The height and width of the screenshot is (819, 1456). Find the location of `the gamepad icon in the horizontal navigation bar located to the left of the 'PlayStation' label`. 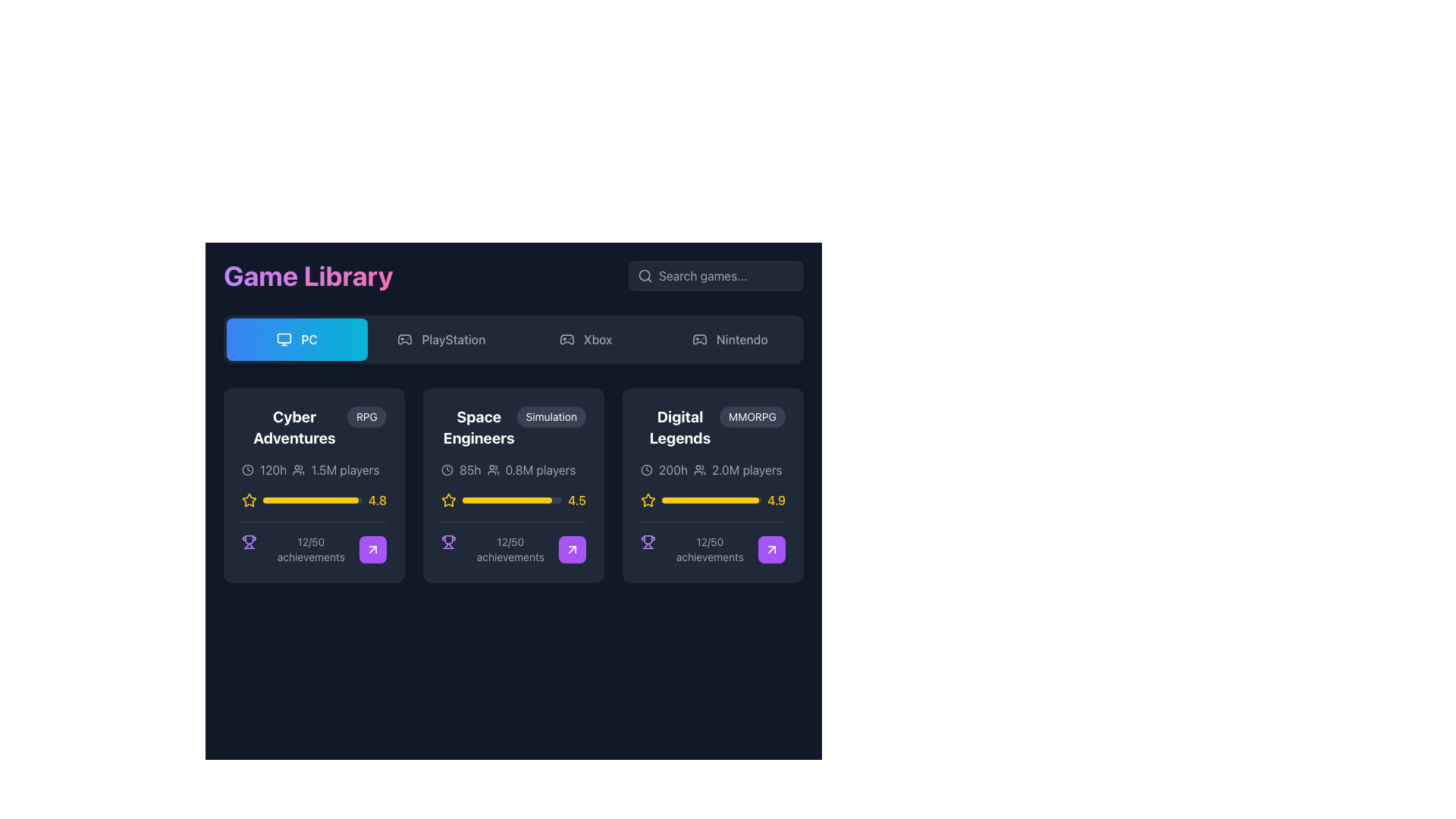

the gamepad icon in the horizontal navigation bar located to the left of the 'PlayStation' label is located at coordinates (405, 338).